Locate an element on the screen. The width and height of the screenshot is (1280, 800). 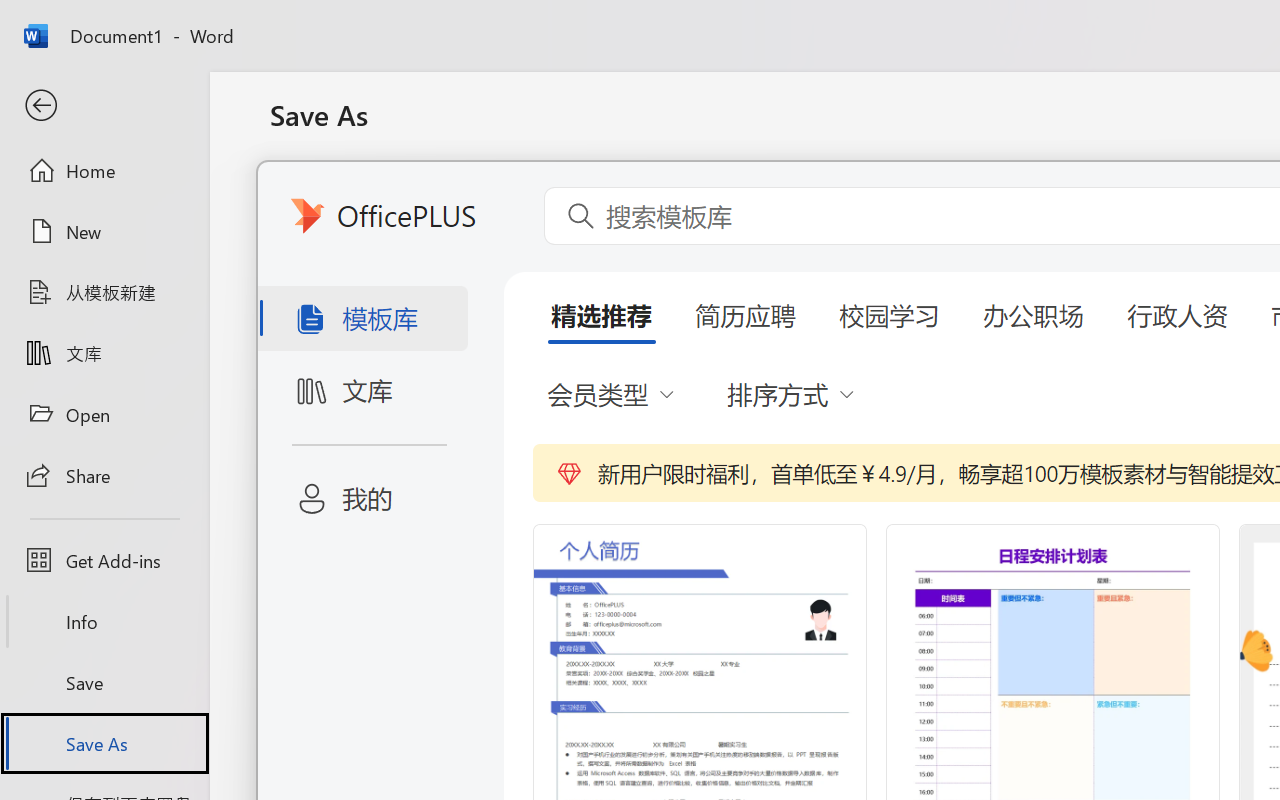
'Save As' is located at coordinates (103, 743).